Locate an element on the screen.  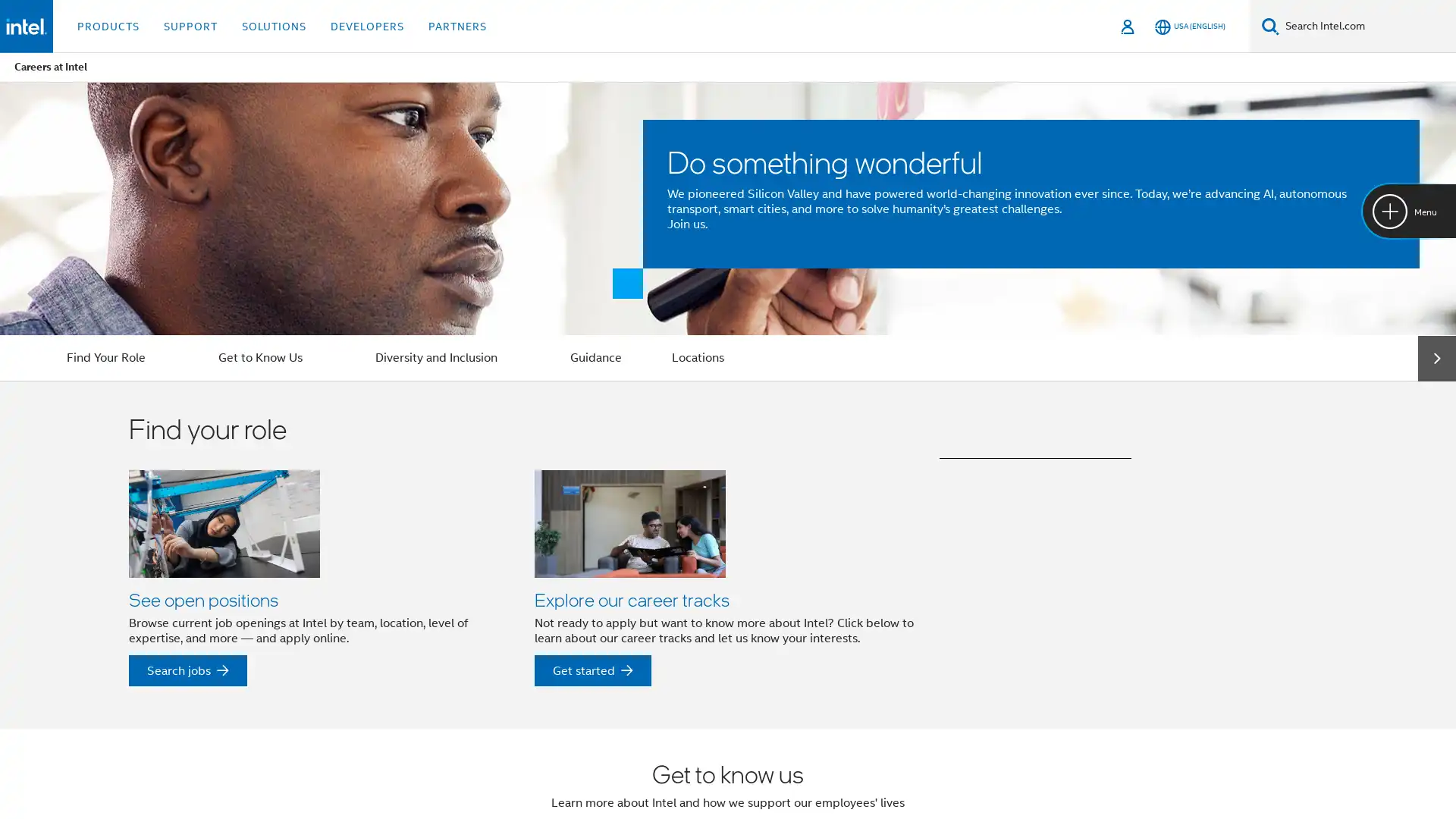
USA (English) is located at coordinates (1189, 26).